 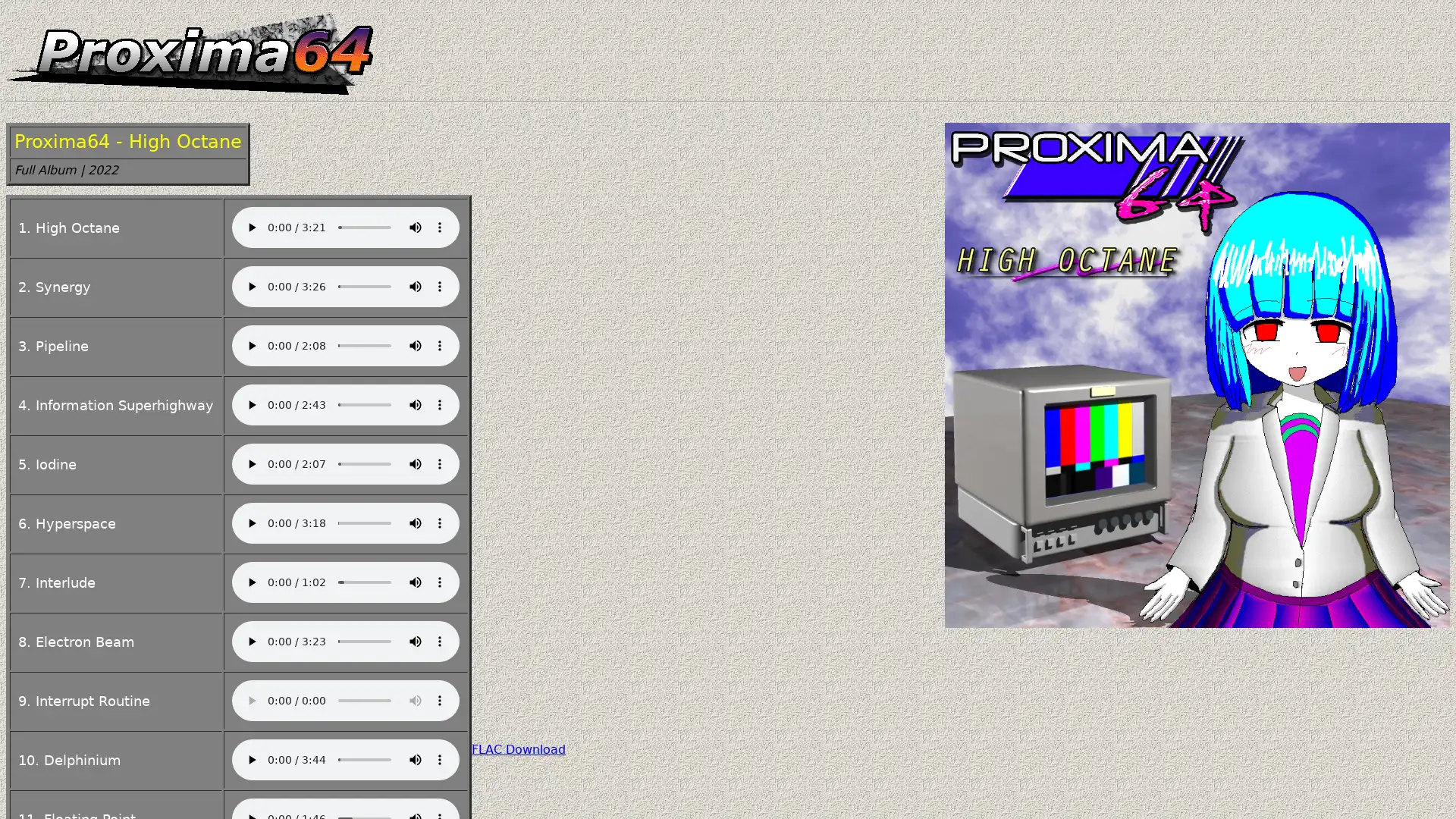 What do you see at coordinates (439, 522) in the screenshot?
I see `show more media controls` at bounding box center [439, 522].